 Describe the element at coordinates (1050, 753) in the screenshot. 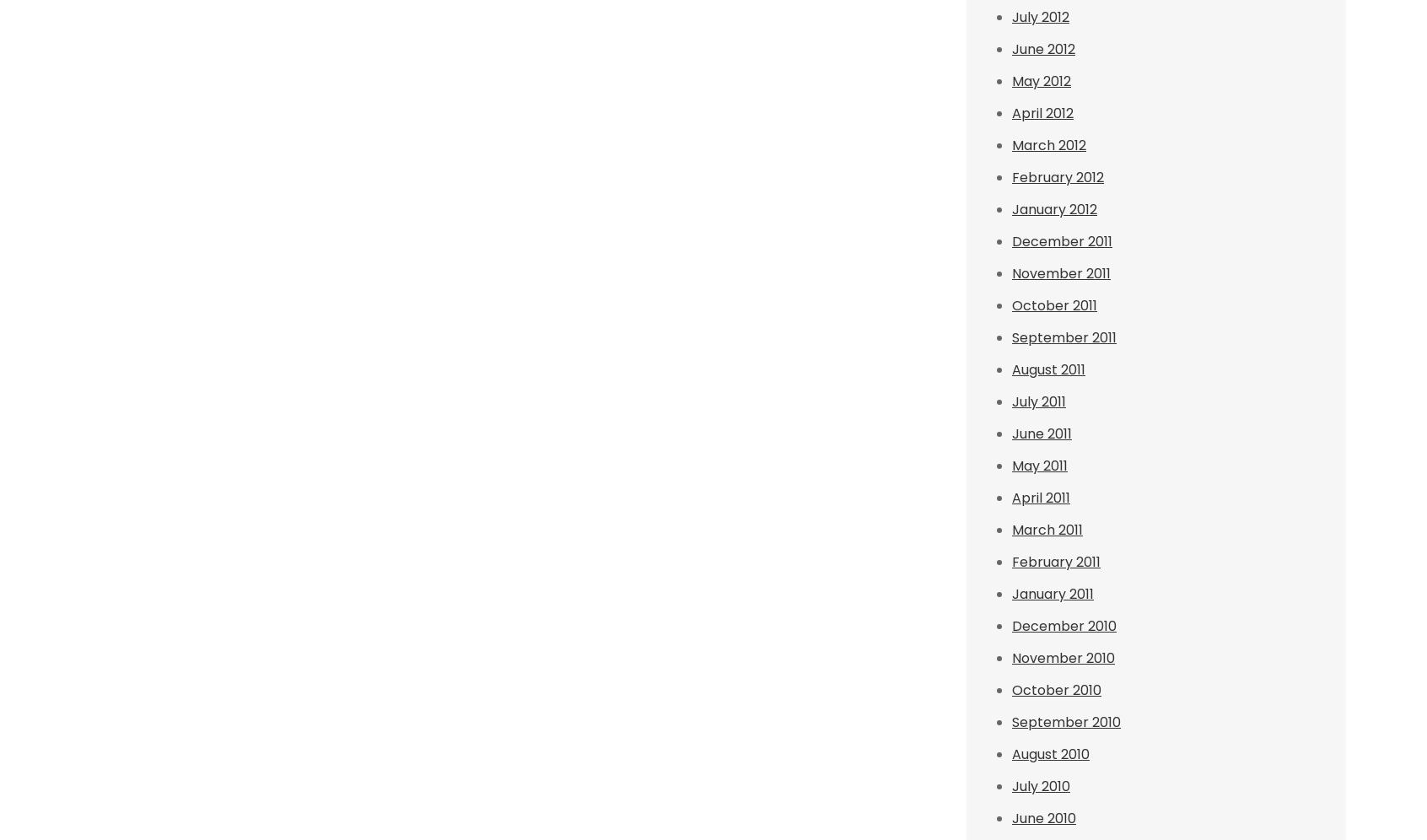

I see `'August 2010'` at that location.